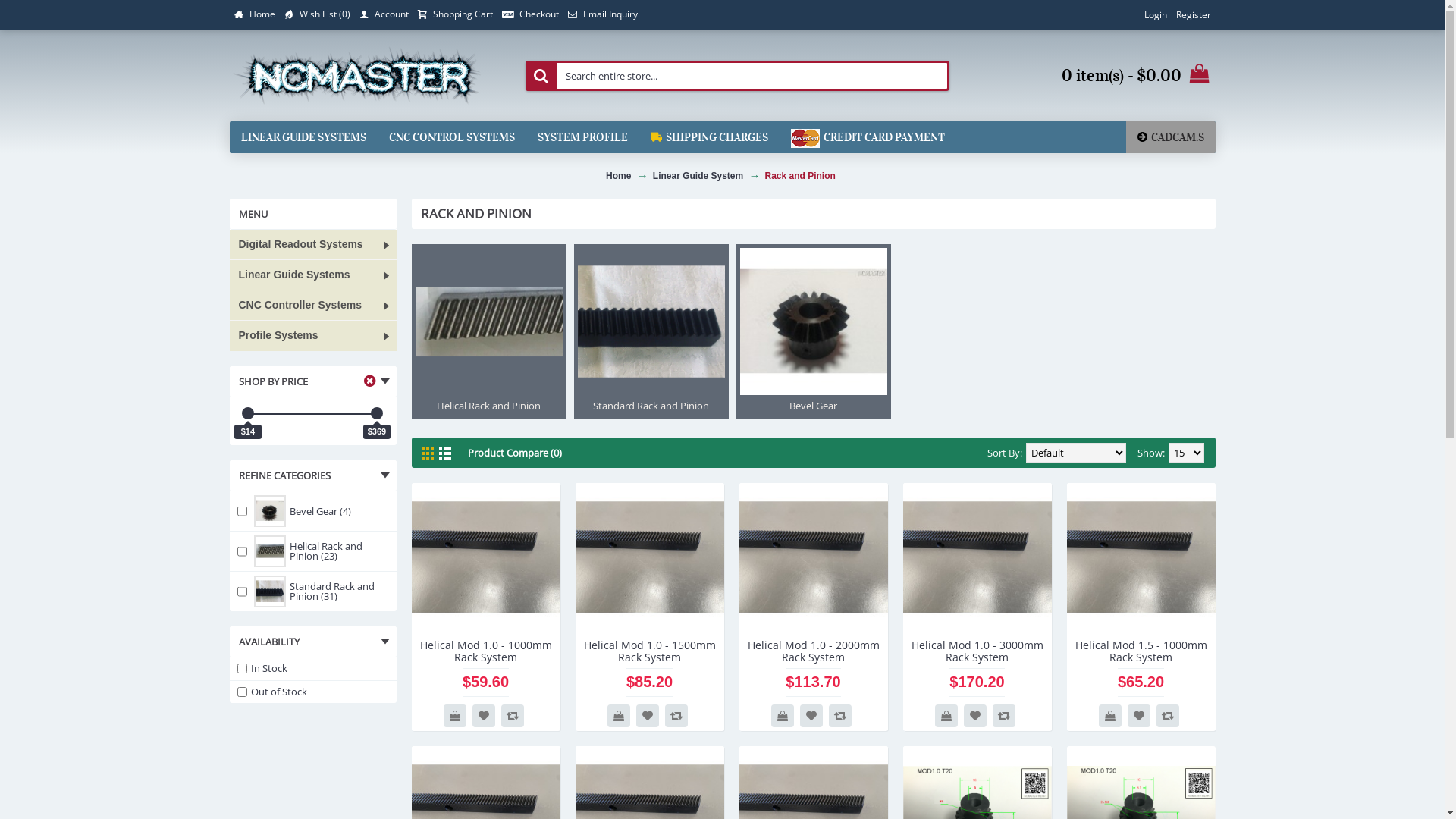 The image size is (1456, 819). Describe the element at coordinates (453, 14) in the screenshot. I see `'Shopping Cart'` at that location.